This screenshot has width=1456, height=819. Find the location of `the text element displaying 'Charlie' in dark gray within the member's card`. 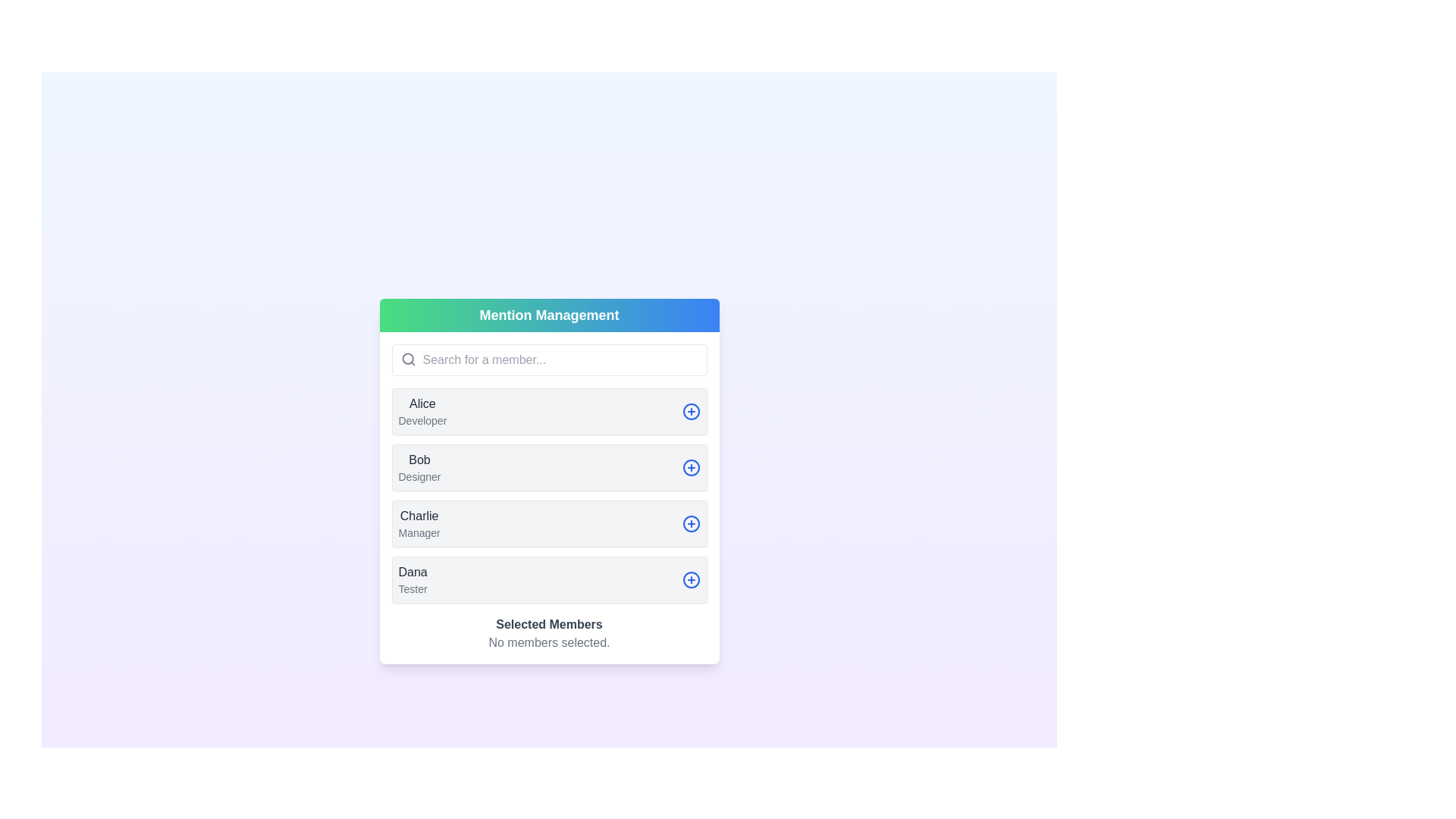

the text element displaying 'Charlie' in dark gray within the member's card is located at coordinates (419, 516).